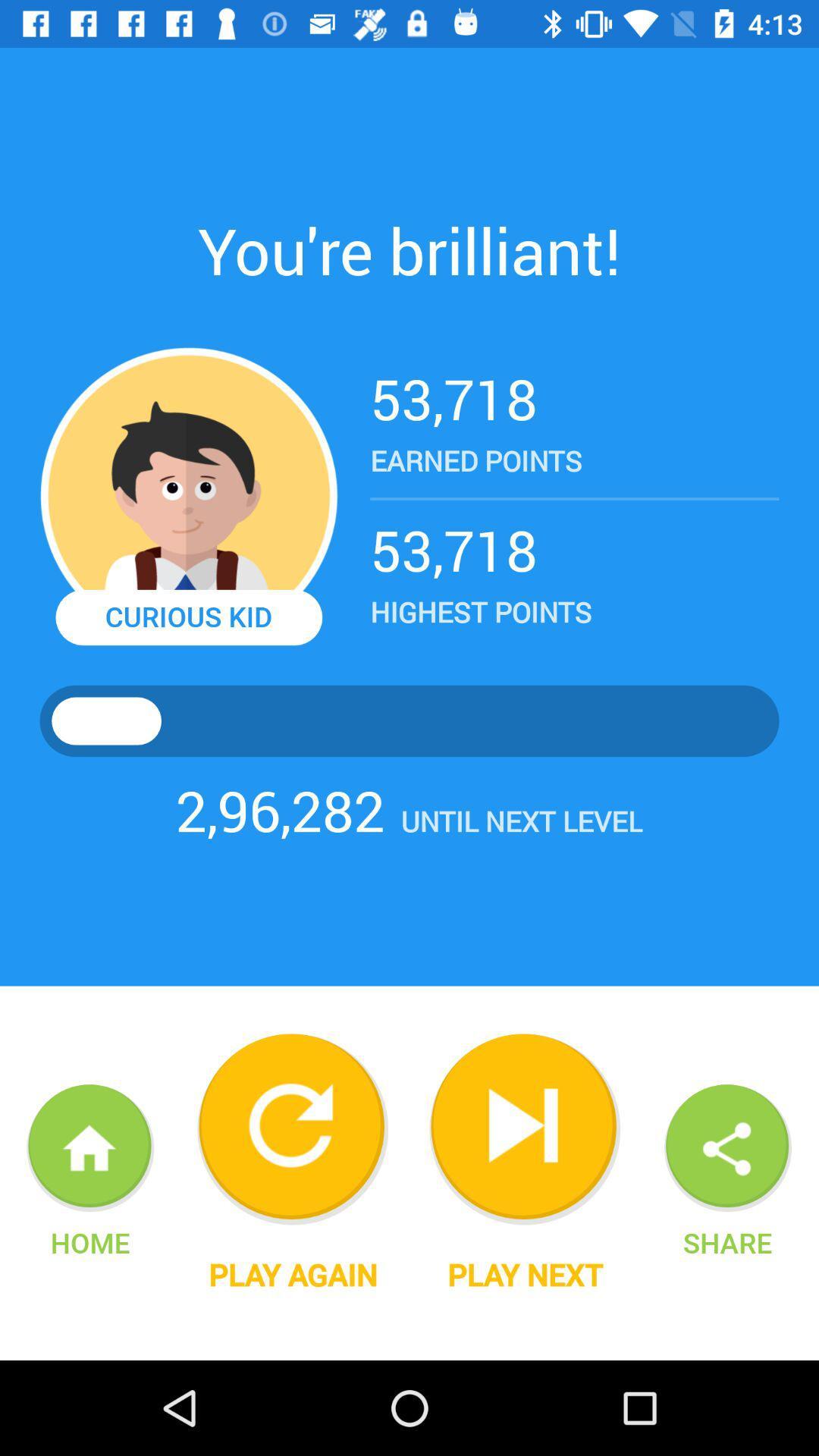 The image size is (819, 1456). Describe the element at coordinates (727, 1148) in the screenshot. I see `share the article` at that location.